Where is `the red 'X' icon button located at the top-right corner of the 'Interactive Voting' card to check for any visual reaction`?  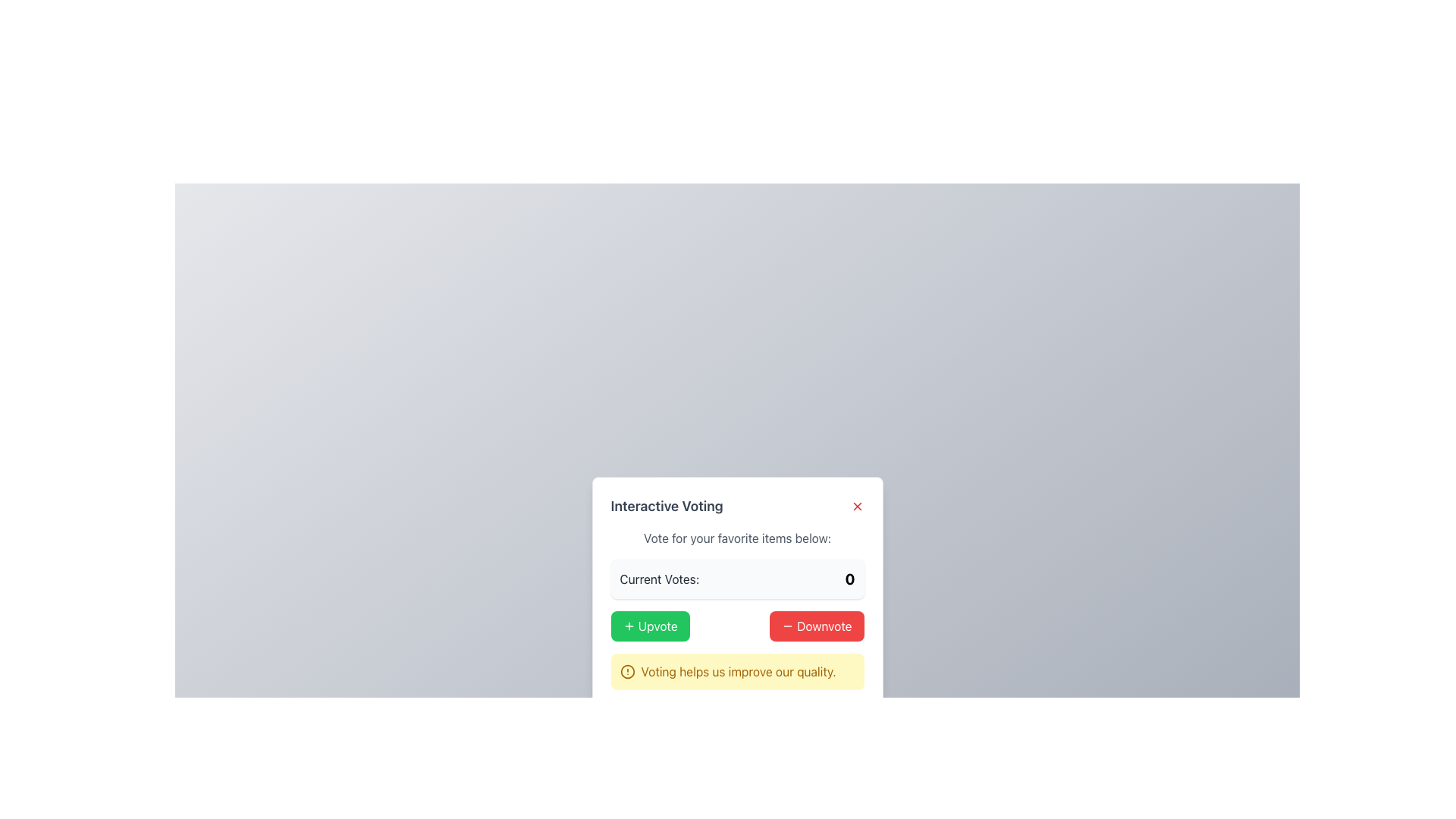
the red 'X' icon button located at the top-right corner of the 'Interactive Voting' card to check for any visual reaction is located at coordinates (857, 506).